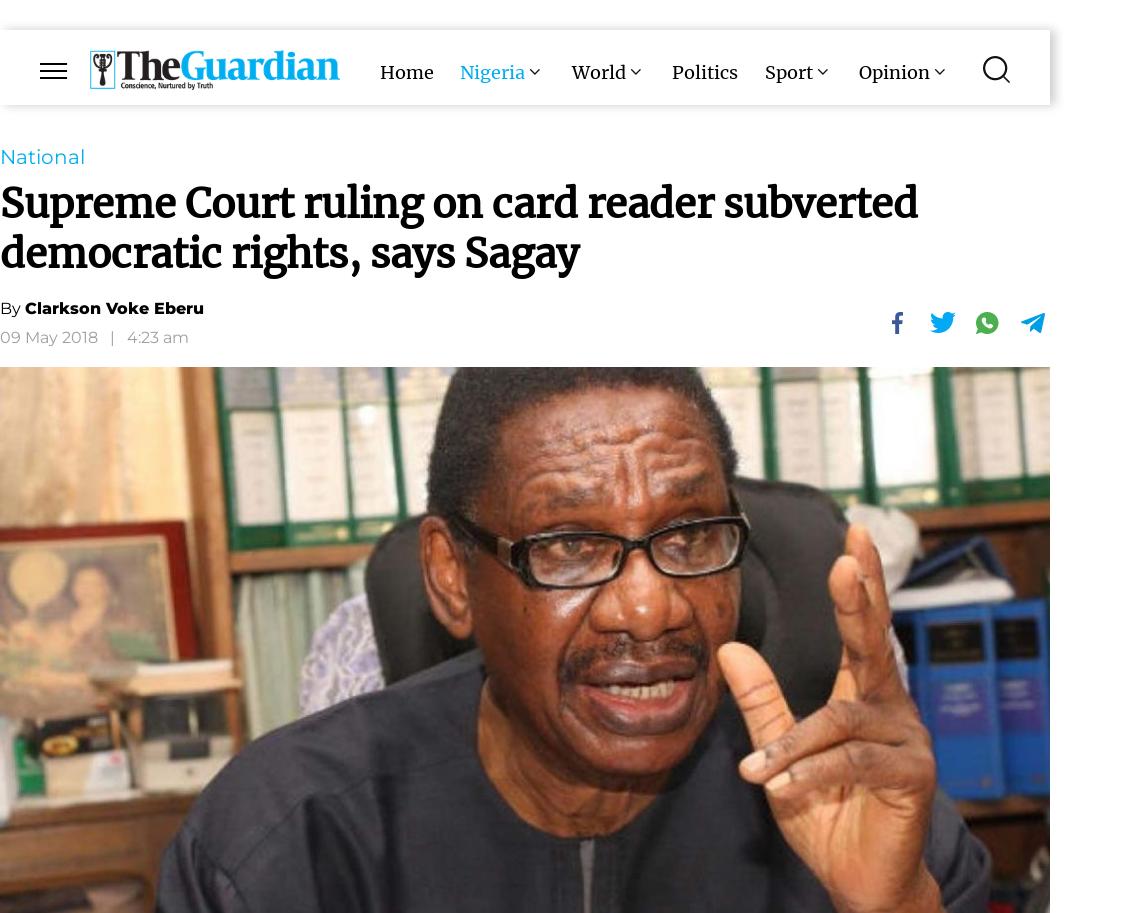  Describe the element at coordinates (581, 152) in the screenshot. I see `'Metro'` at that location.